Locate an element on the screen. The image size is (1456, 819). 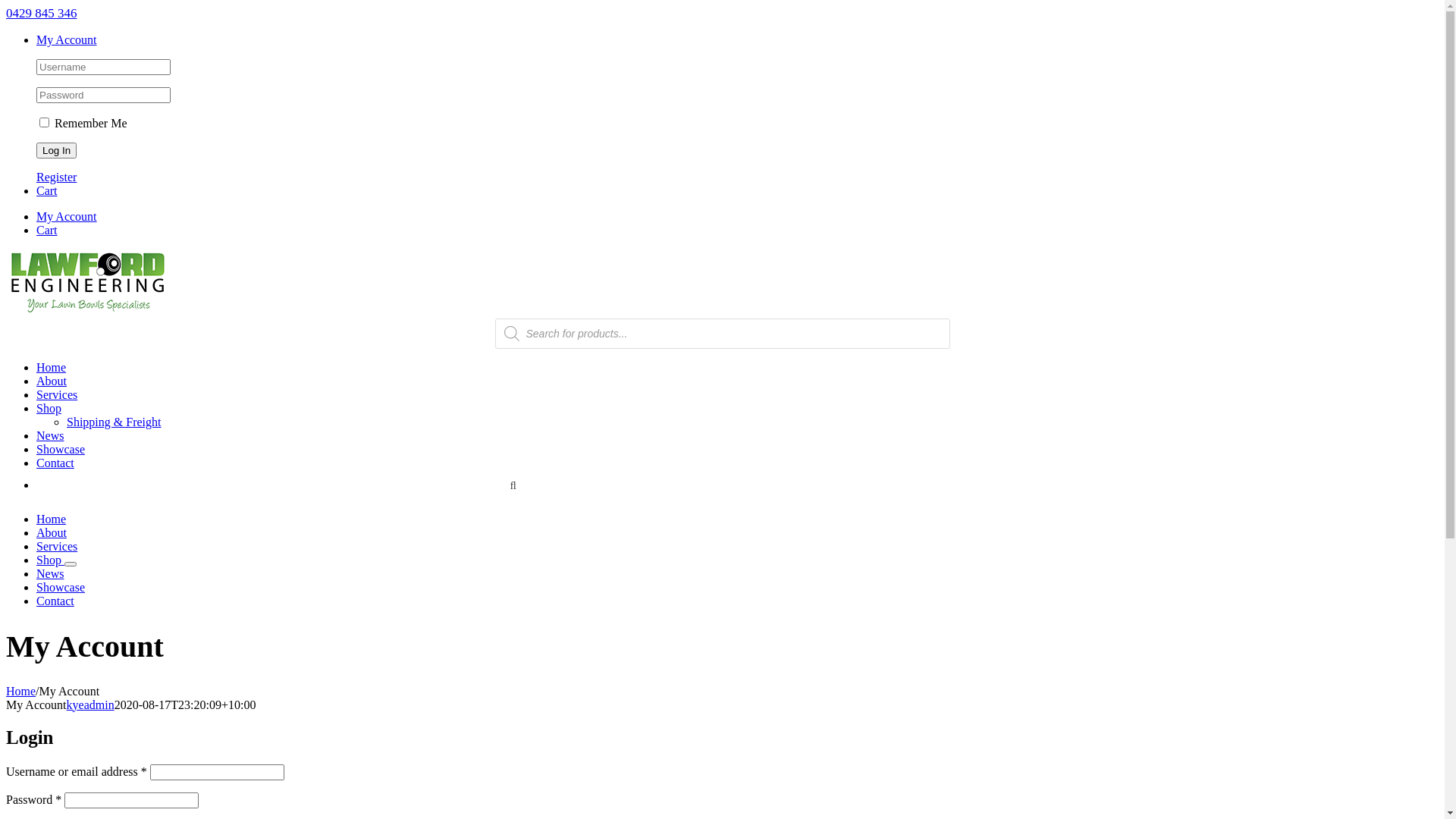
'Register' is located at coordinates (56, 176).